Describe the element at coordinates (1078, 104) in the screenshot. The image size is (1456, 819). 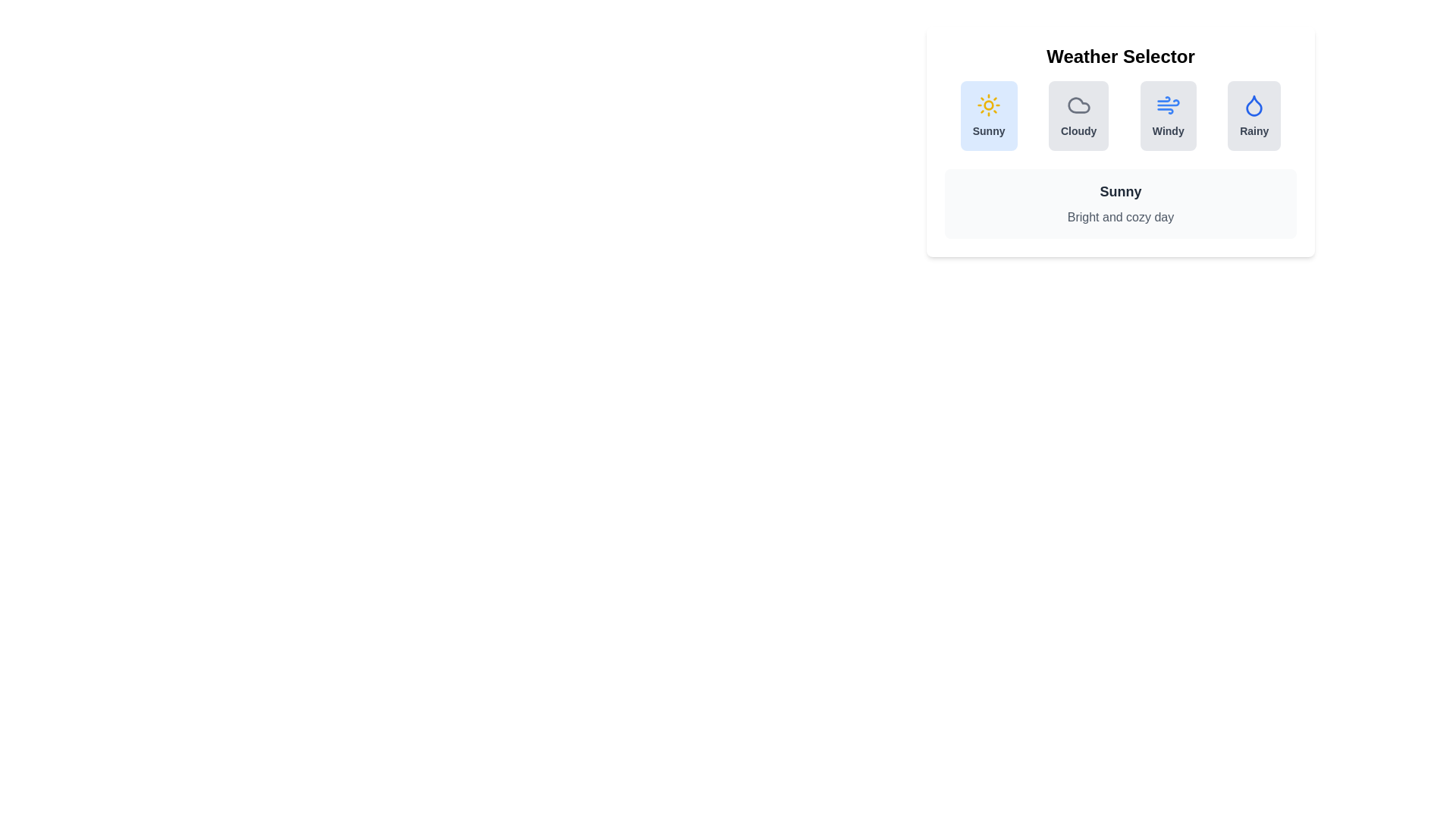
I see `the cloud-shaped icon located at the top of the 'Cloudy' weather option` at that location.